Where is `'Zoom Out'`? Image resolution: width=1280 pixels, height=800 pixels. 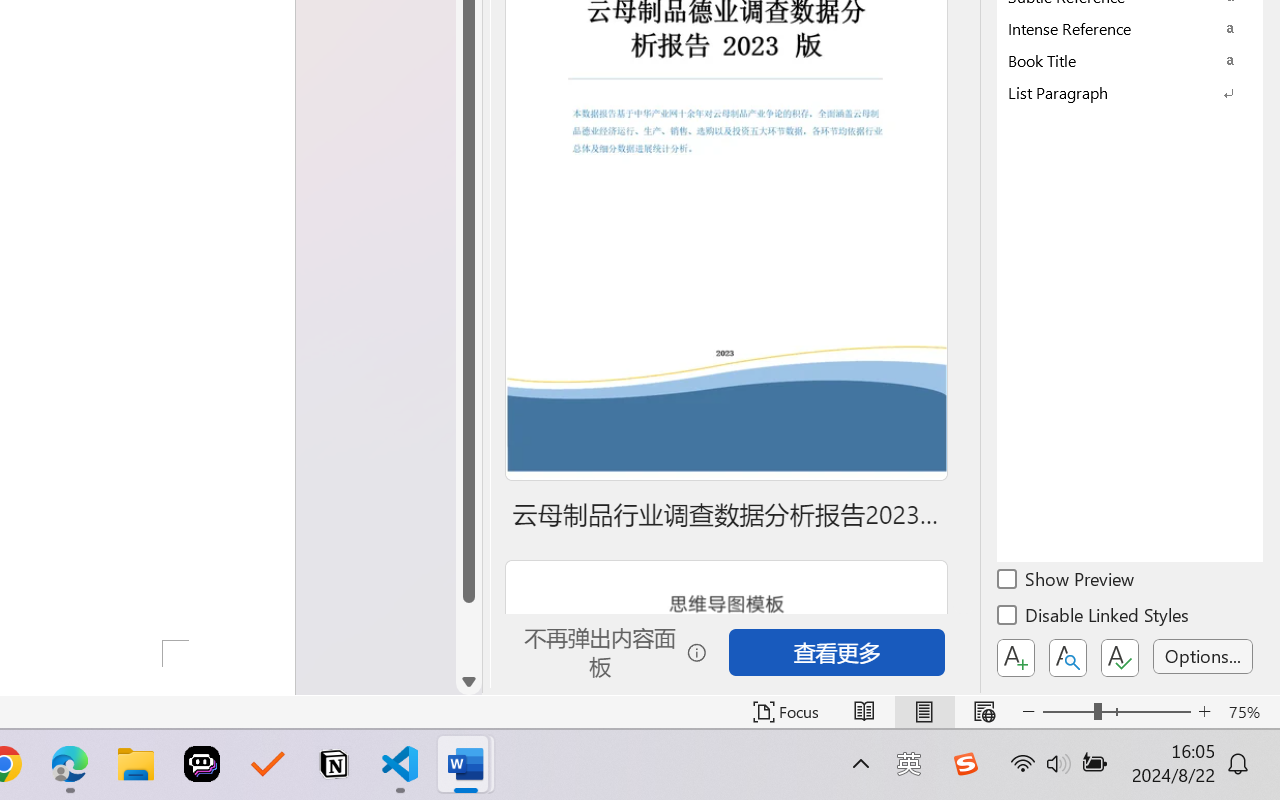 'Zoom Out' is located at coordinates (1067, 711).